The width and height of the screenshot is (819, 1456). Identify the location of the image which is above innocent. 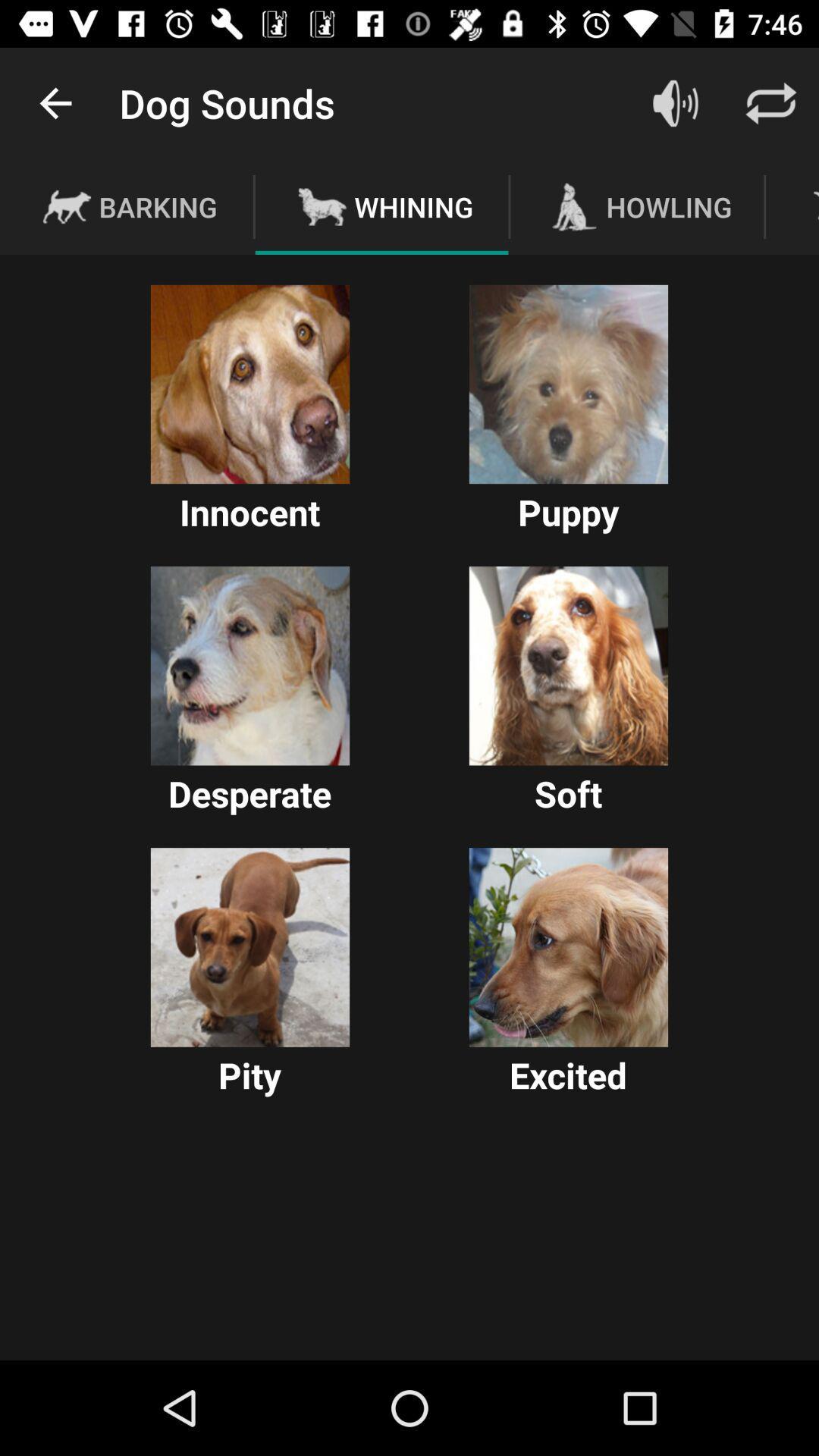
(249, 384).